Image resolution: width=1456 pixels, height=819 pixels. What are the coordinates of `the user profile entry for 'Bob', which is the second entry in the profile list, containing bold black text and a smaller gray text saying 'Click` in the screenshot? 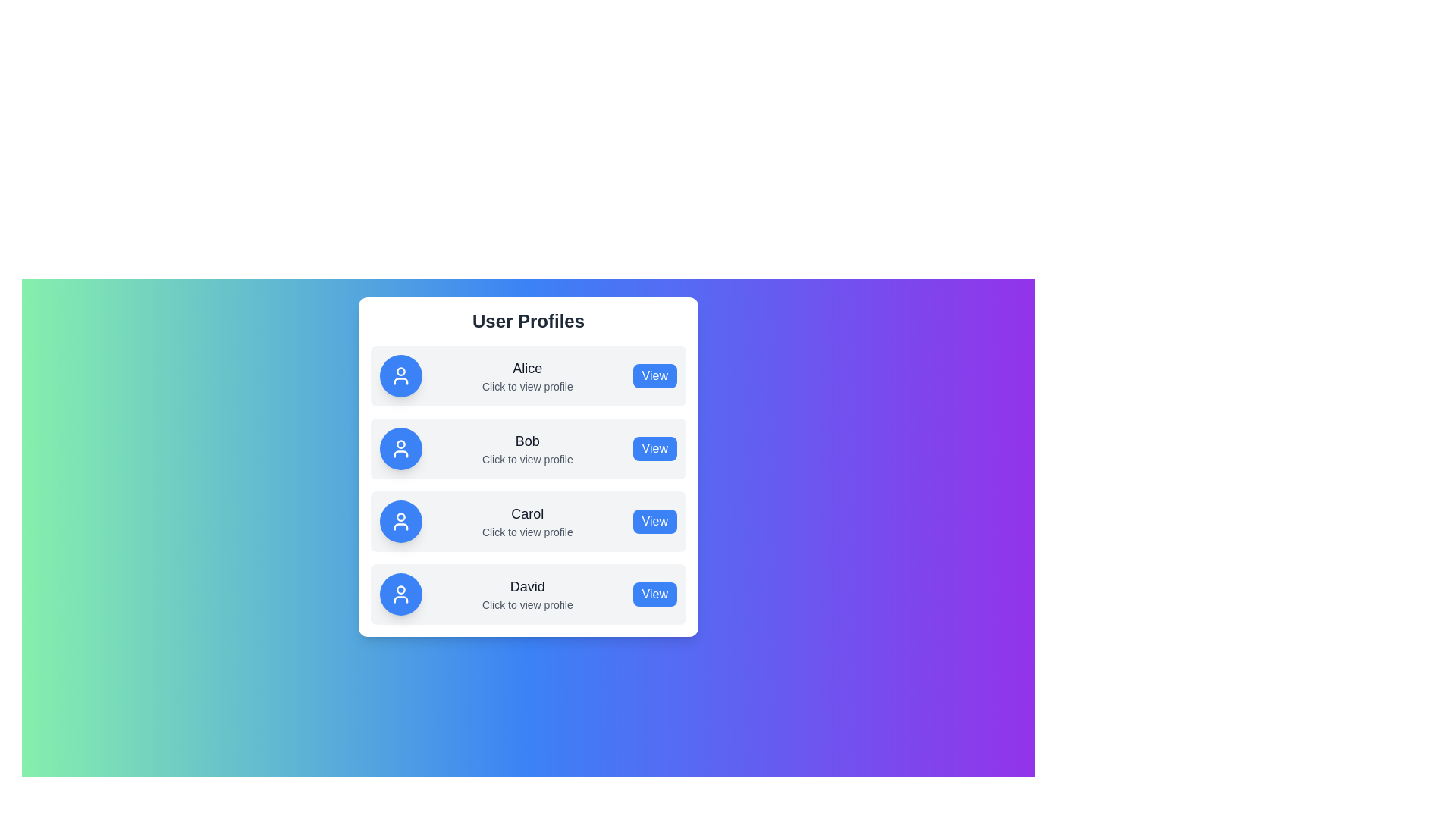 It's located at (527, 447).